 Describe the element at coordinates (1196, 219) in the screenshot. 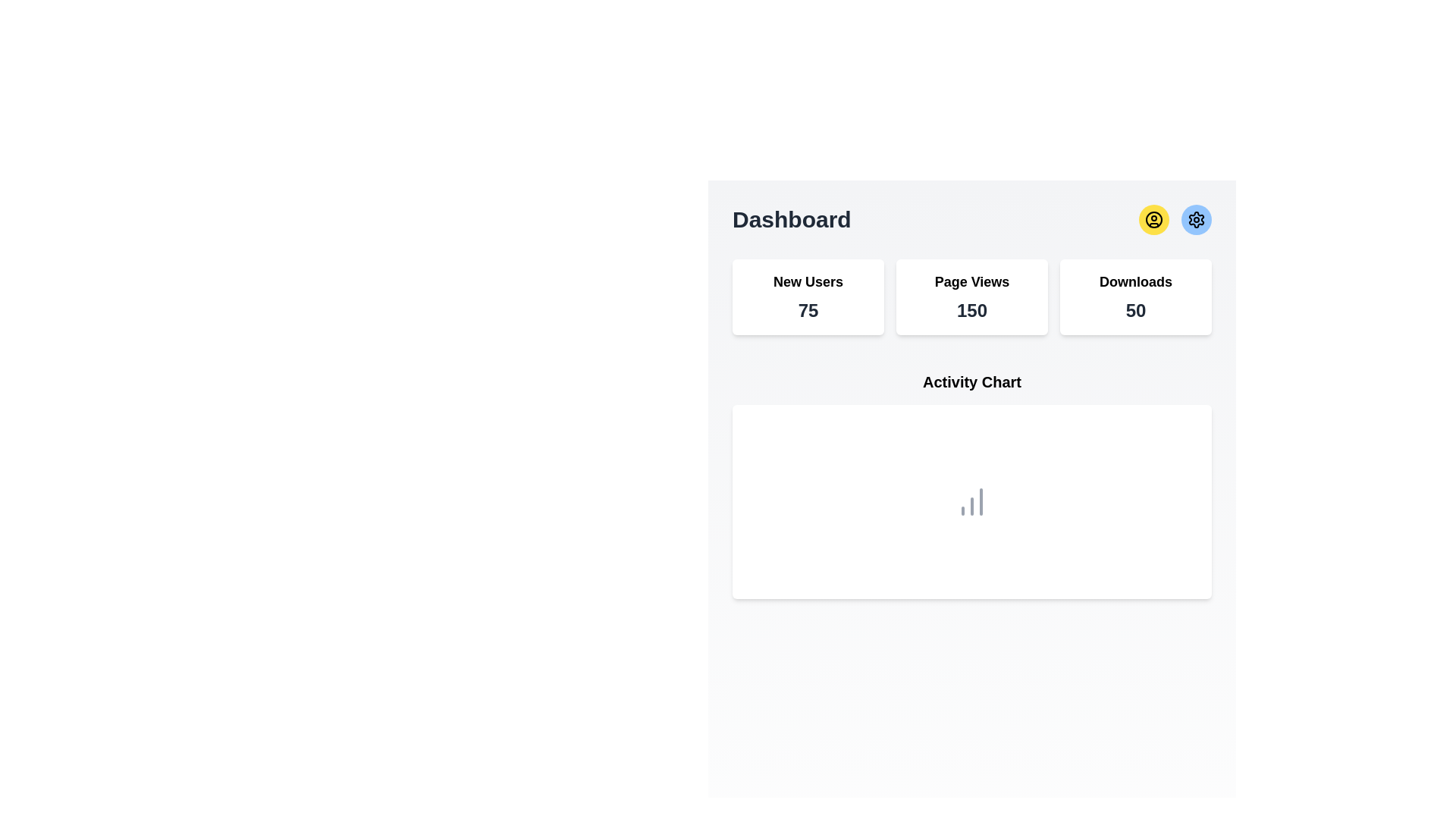

I see `the settings icon located at the top-right corner of the interface` at that location.